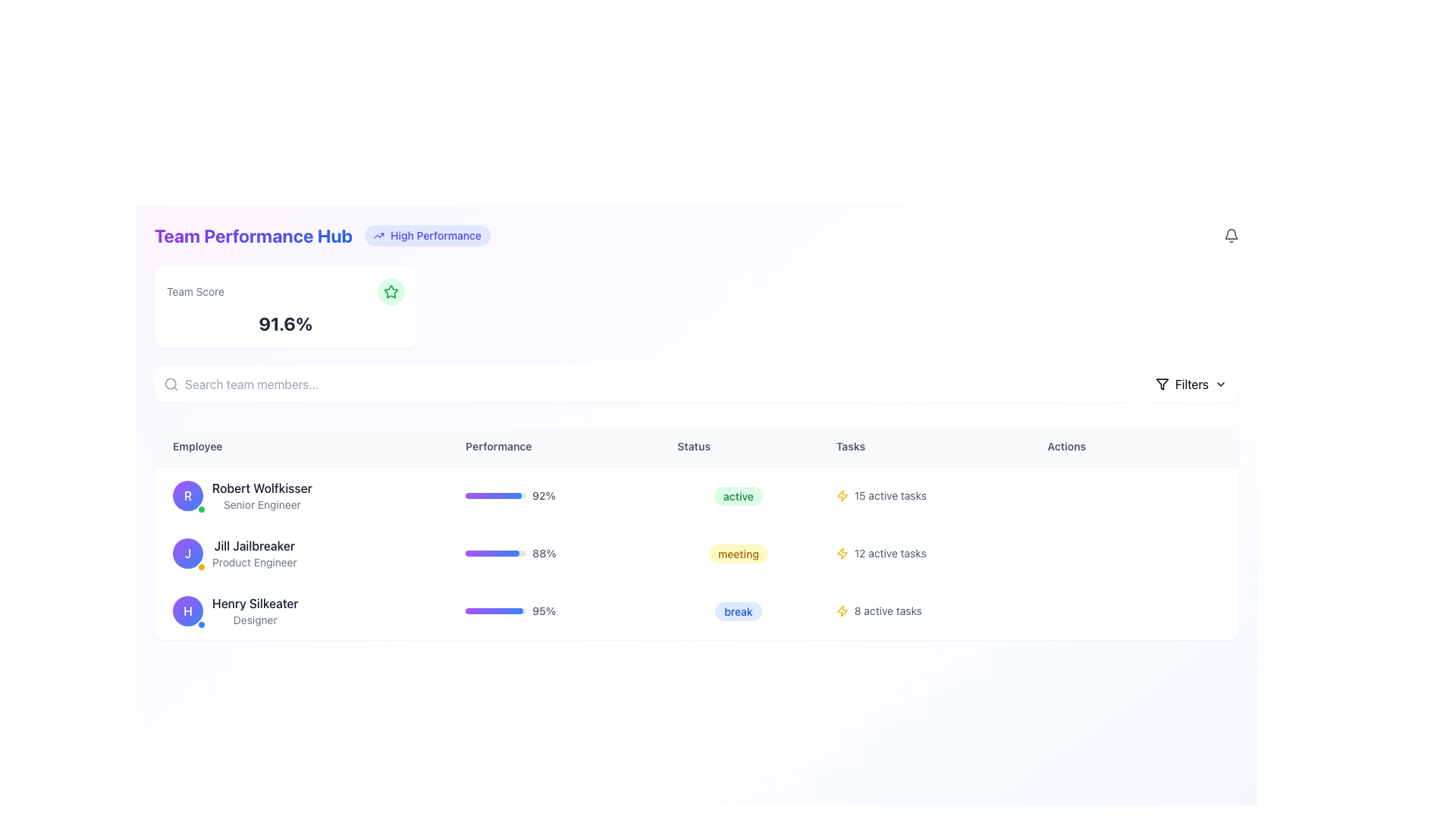 Image resolution: width=1456 pixels, height=819 pixels. What do you see at coordinates (923, 553) in the screenshot?
I see `information displayed in the Text with icon that shows the number of active tasks (12) for a team member located in the 'Tasks' column of the second row of the table` at bounding box center [923, 553].